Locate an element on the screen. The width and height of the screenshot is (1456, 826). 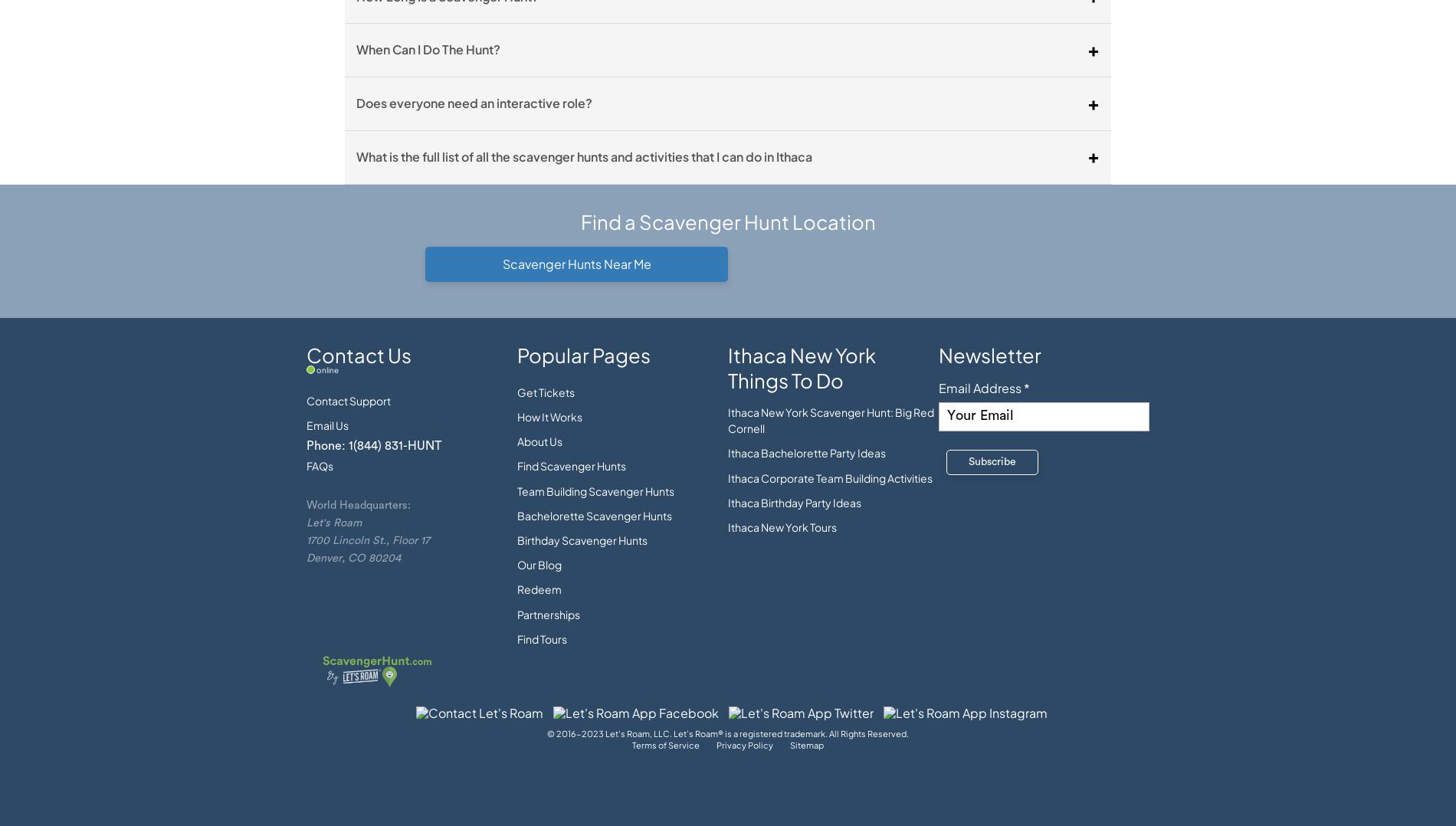
'Birthday Scavenger Hunts' is located at coordinates (582, 539).